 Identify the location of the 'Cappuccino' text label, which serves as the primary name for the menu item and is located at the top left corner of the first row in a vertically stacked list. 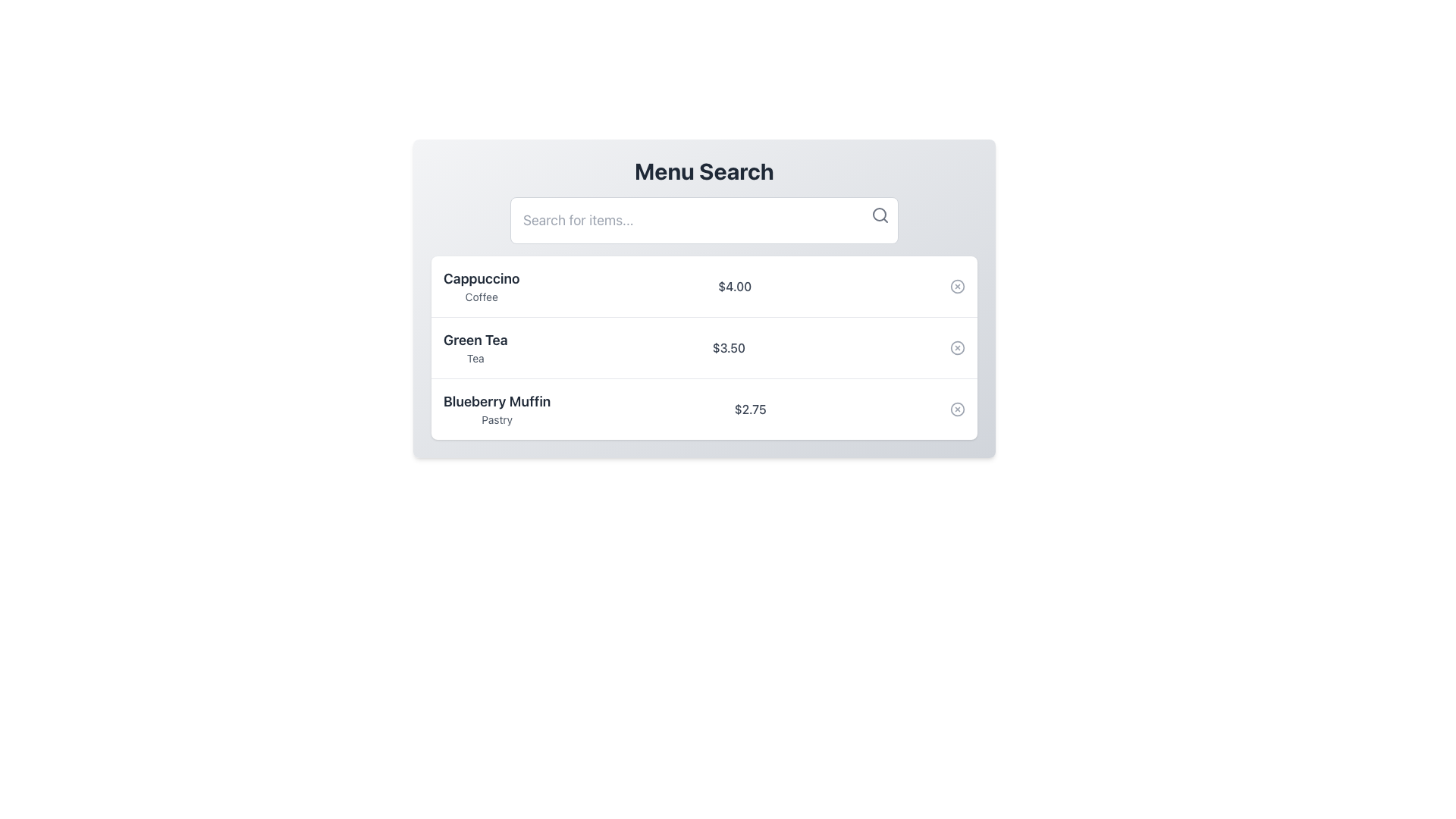
(481, 278).